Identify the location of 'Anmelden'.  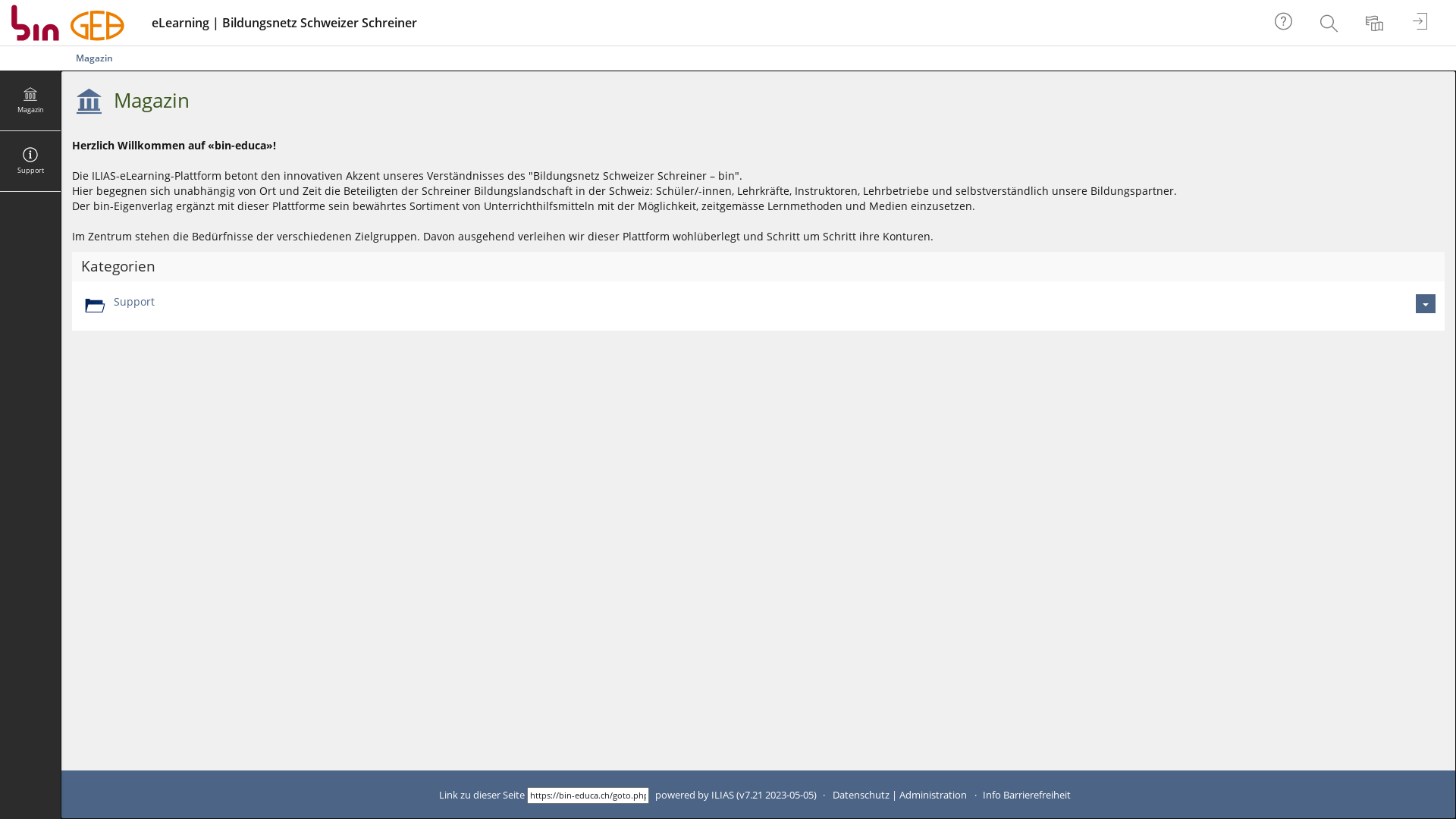
(1421, 23).